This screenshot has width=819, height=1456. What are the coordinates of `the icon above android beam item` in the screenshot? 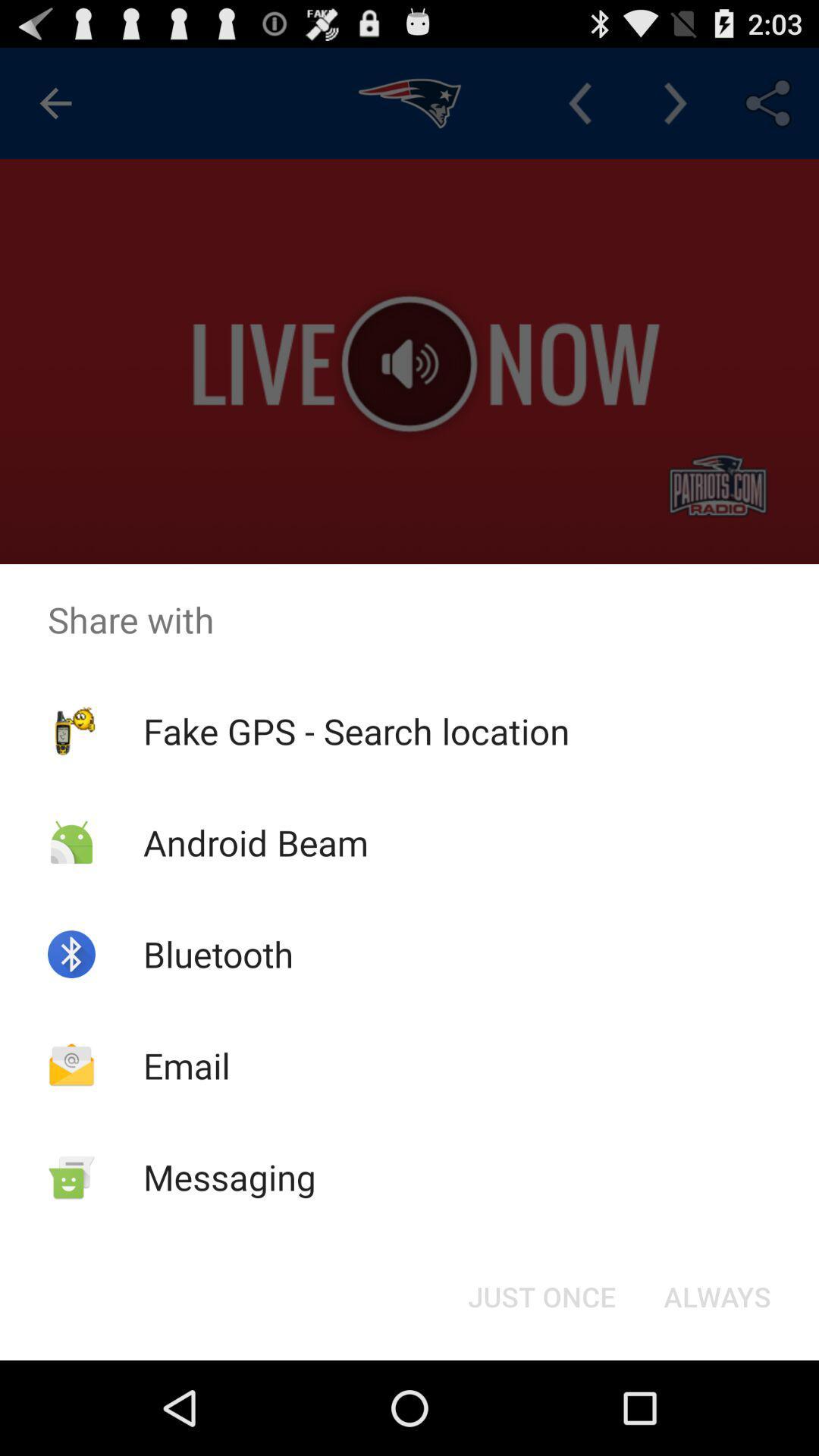 It's located at (356, 731).